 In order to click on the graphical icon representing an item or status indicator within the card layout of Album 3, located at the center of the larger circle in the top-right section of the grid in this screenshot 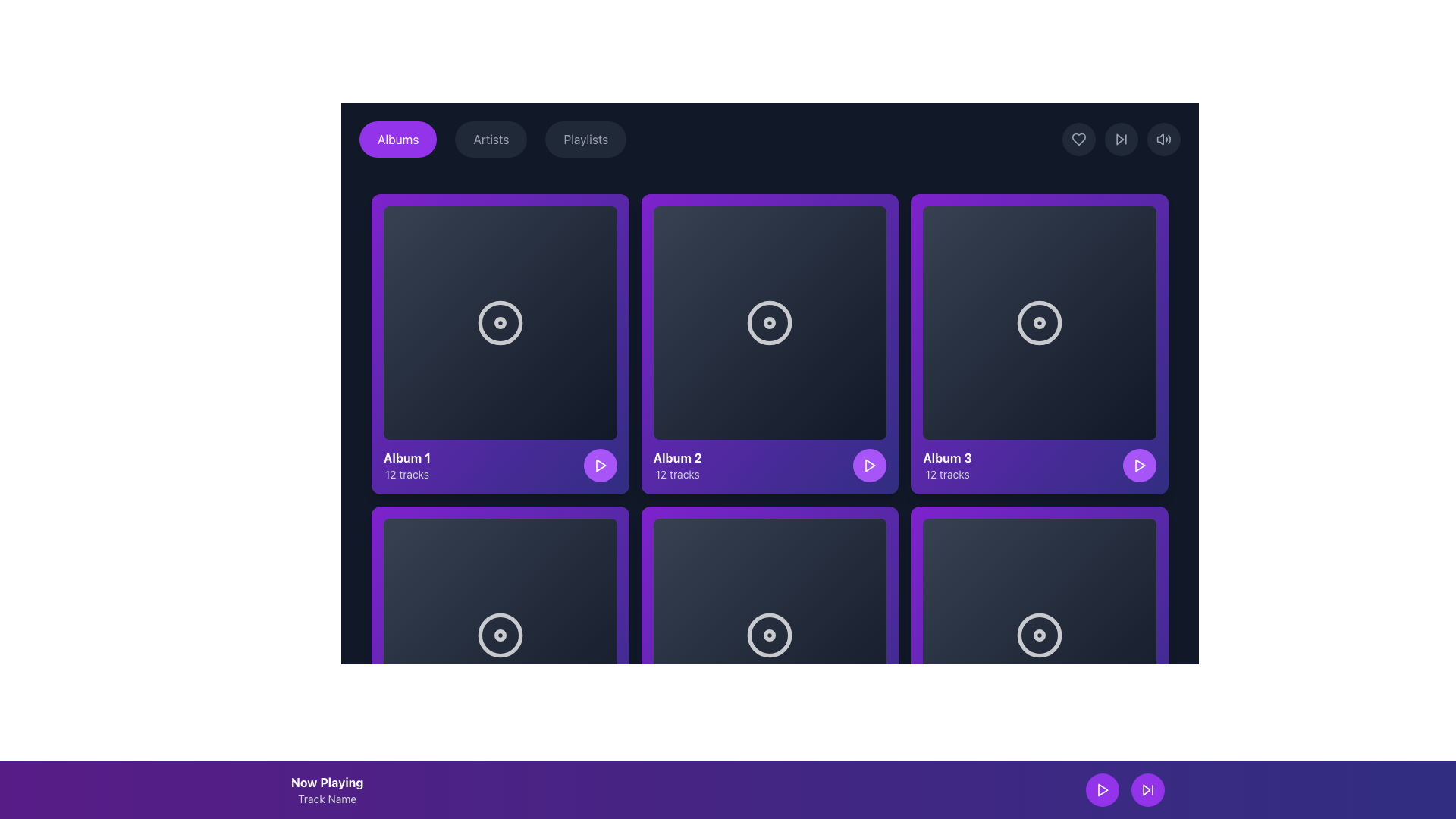, I will do `click(1039, 322)`.